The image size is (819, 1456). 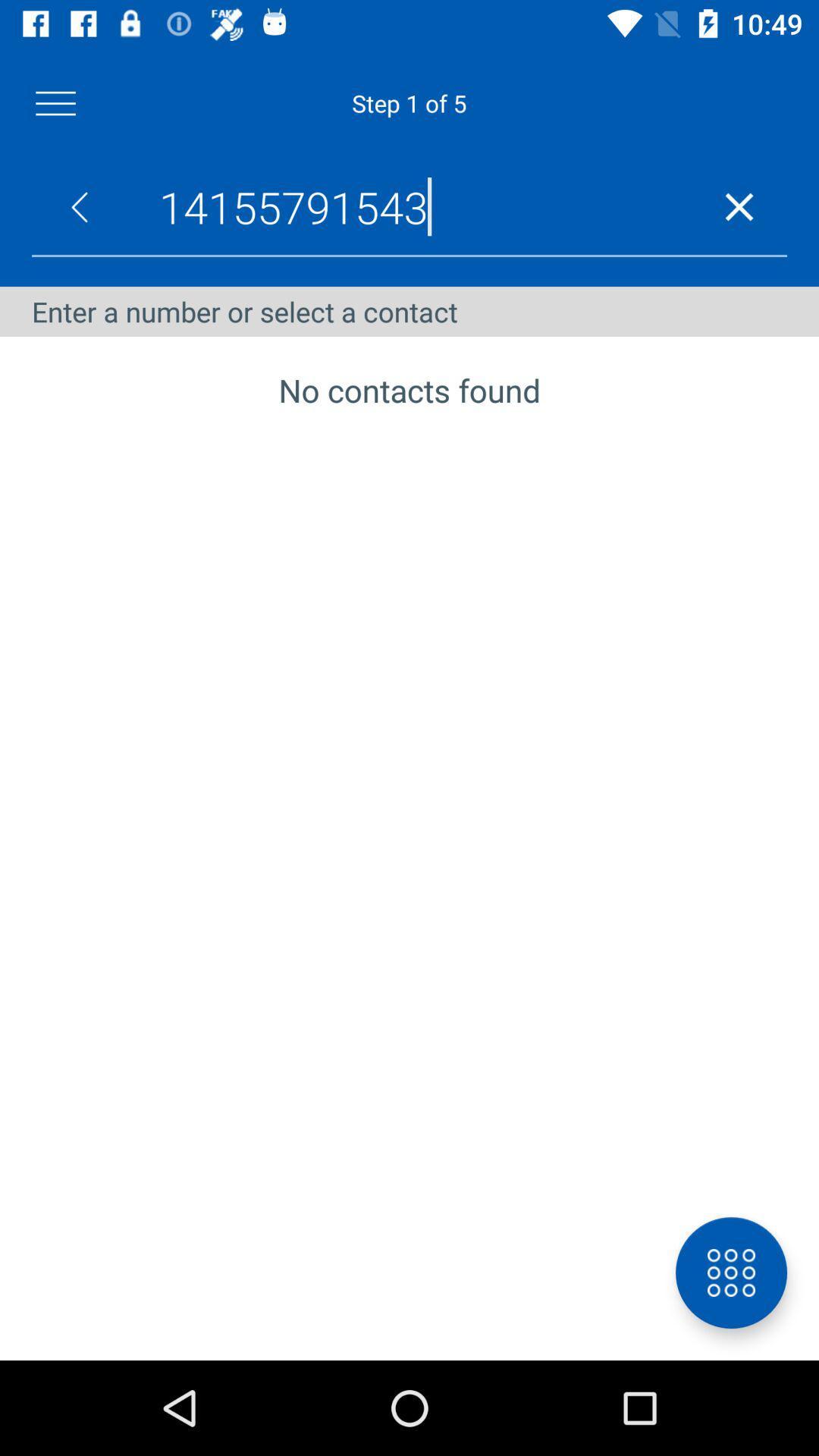 What do you see at coordinates (730, 1272) in the screenshot?
I see `the dialpad icon` at bounding box center [730, 1272].